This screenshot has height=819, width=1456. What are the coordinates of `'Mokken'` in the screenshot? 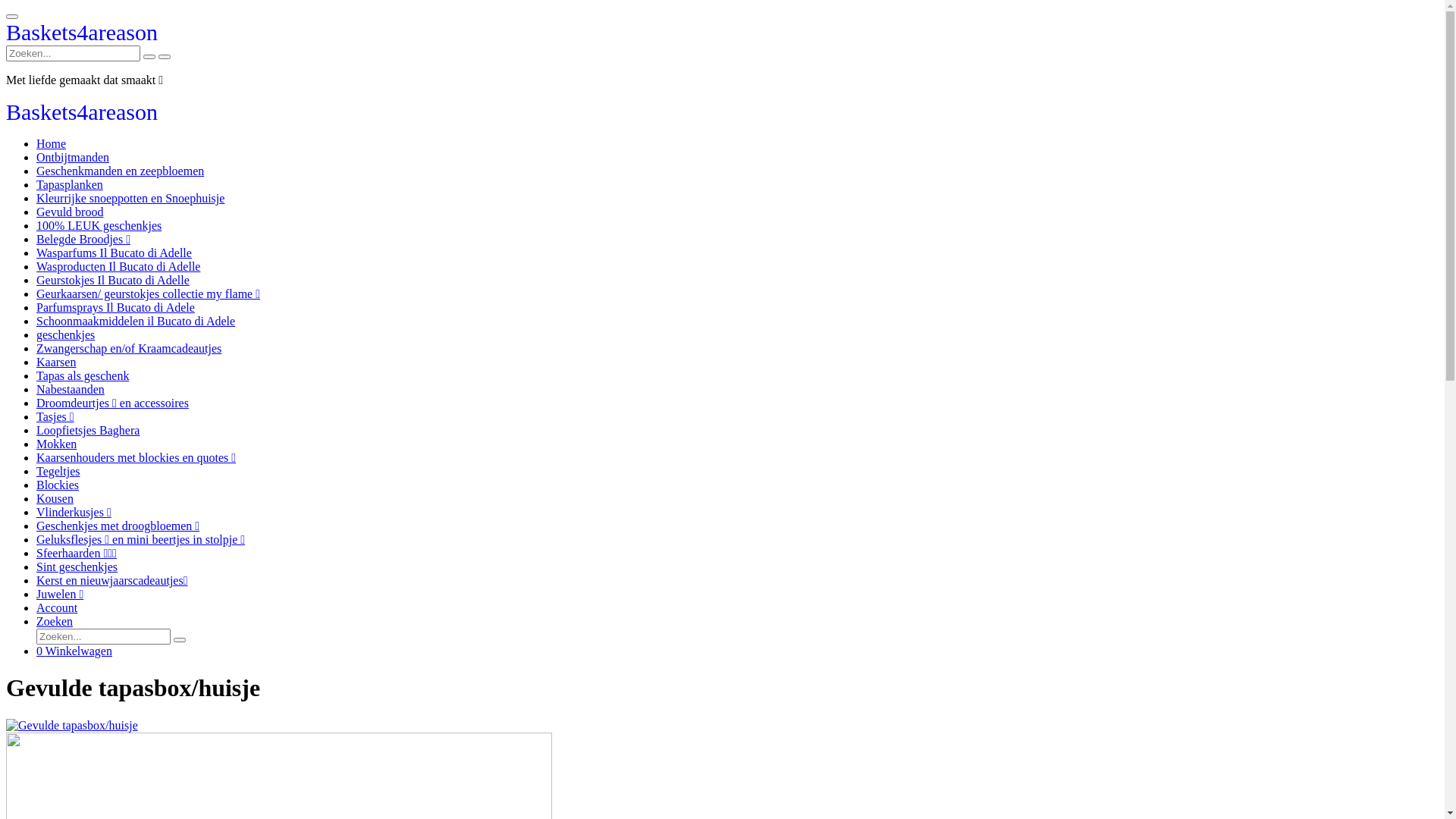 It's located at (56, 444).